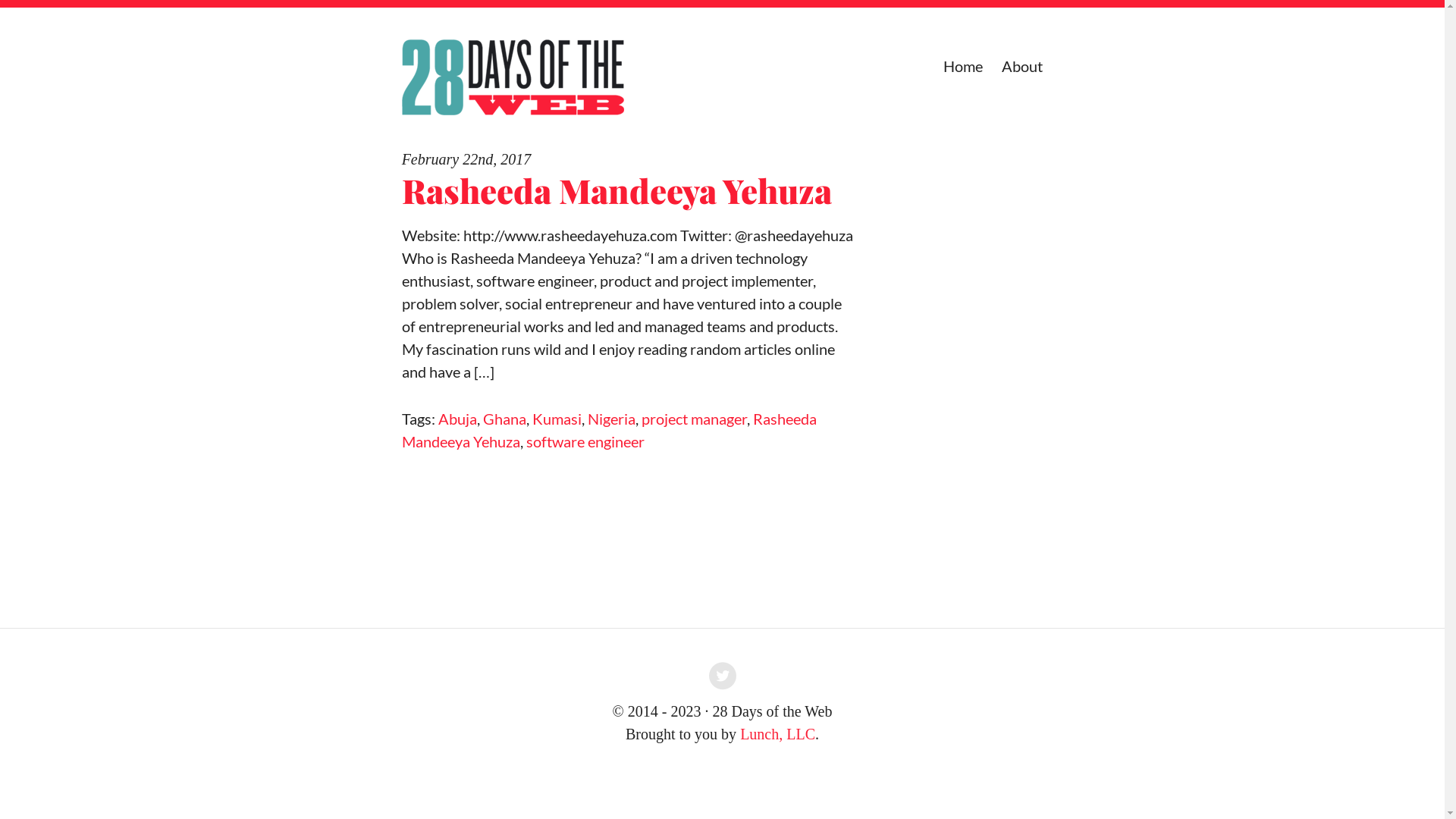  Describe the element at coordinates (722, 677) in the screenshot. I see `'Twitter'` at that location.